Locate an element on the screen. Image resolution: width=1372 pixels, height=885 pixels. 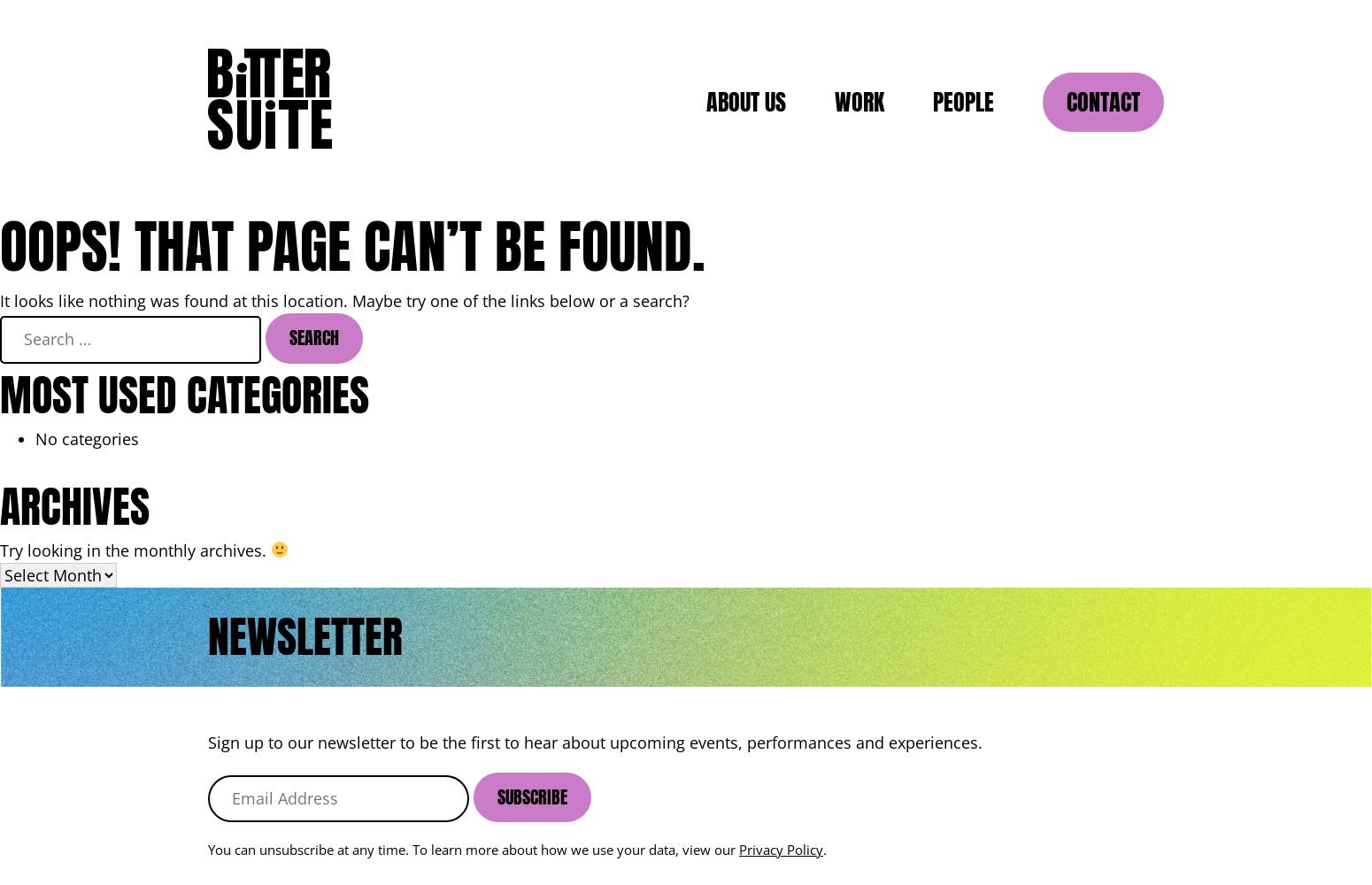
'Privacy Policy' is located at coordinates (781, 849).